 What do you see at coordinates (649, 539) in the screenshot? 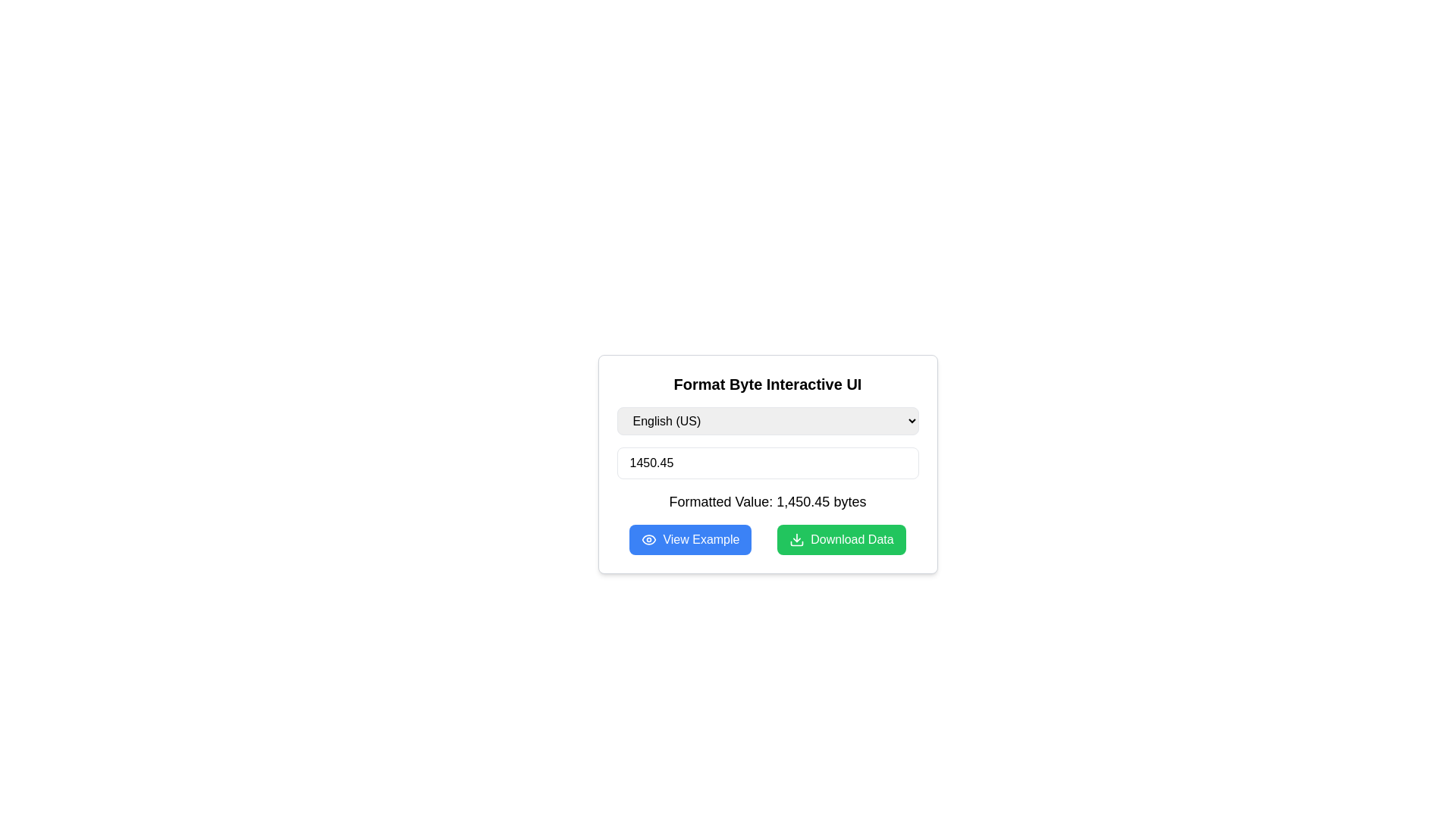
I see `the eye icon located in the bottom section of the interface, which symbolizes visibility or observing and is part of a group of icons for data interaction` at bounding box center [649, 539].